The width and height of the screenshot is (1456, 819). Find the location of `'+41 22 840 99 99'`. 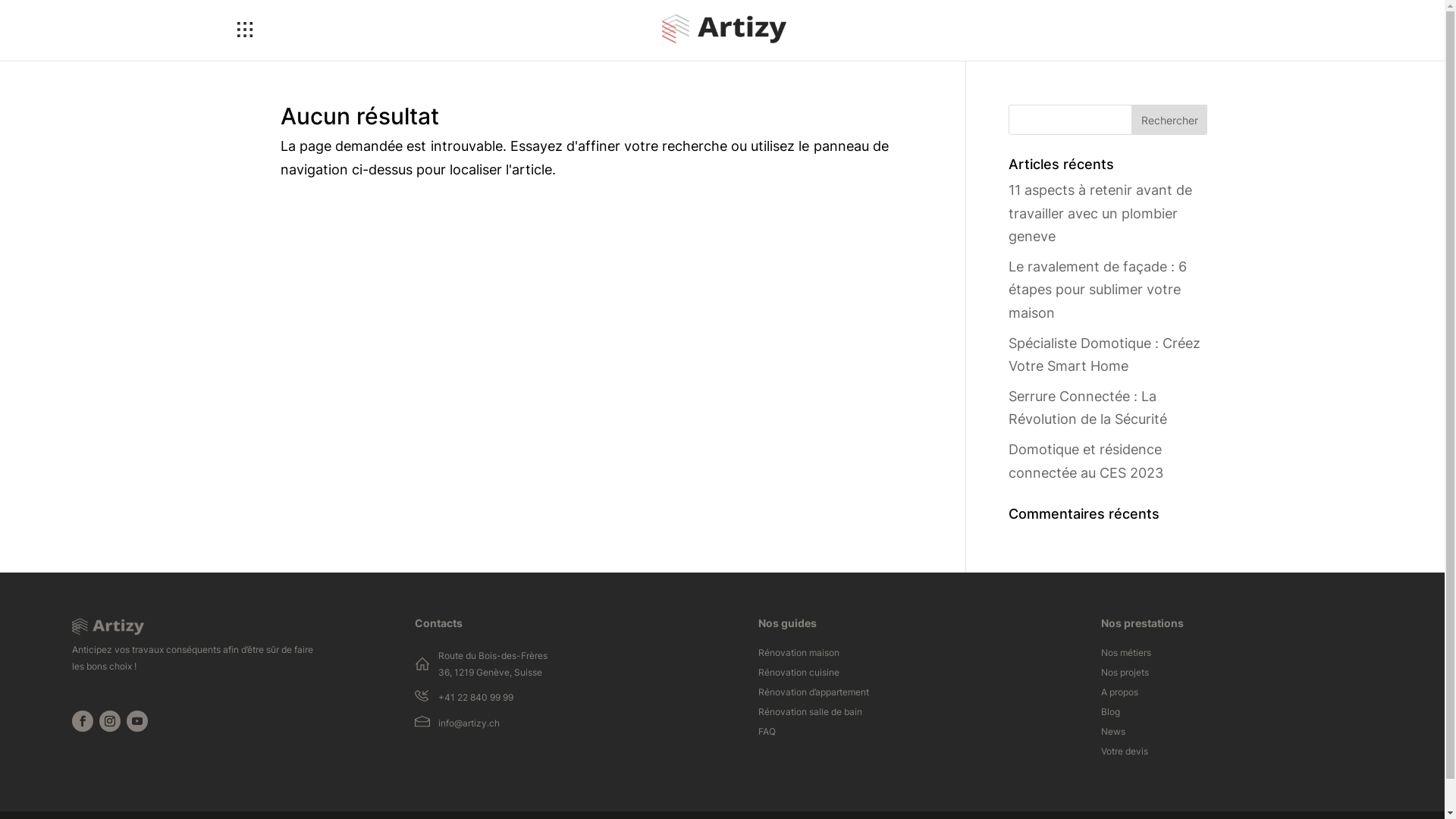

'+41 22 840 99 99' is located at coordinates (437, 697).